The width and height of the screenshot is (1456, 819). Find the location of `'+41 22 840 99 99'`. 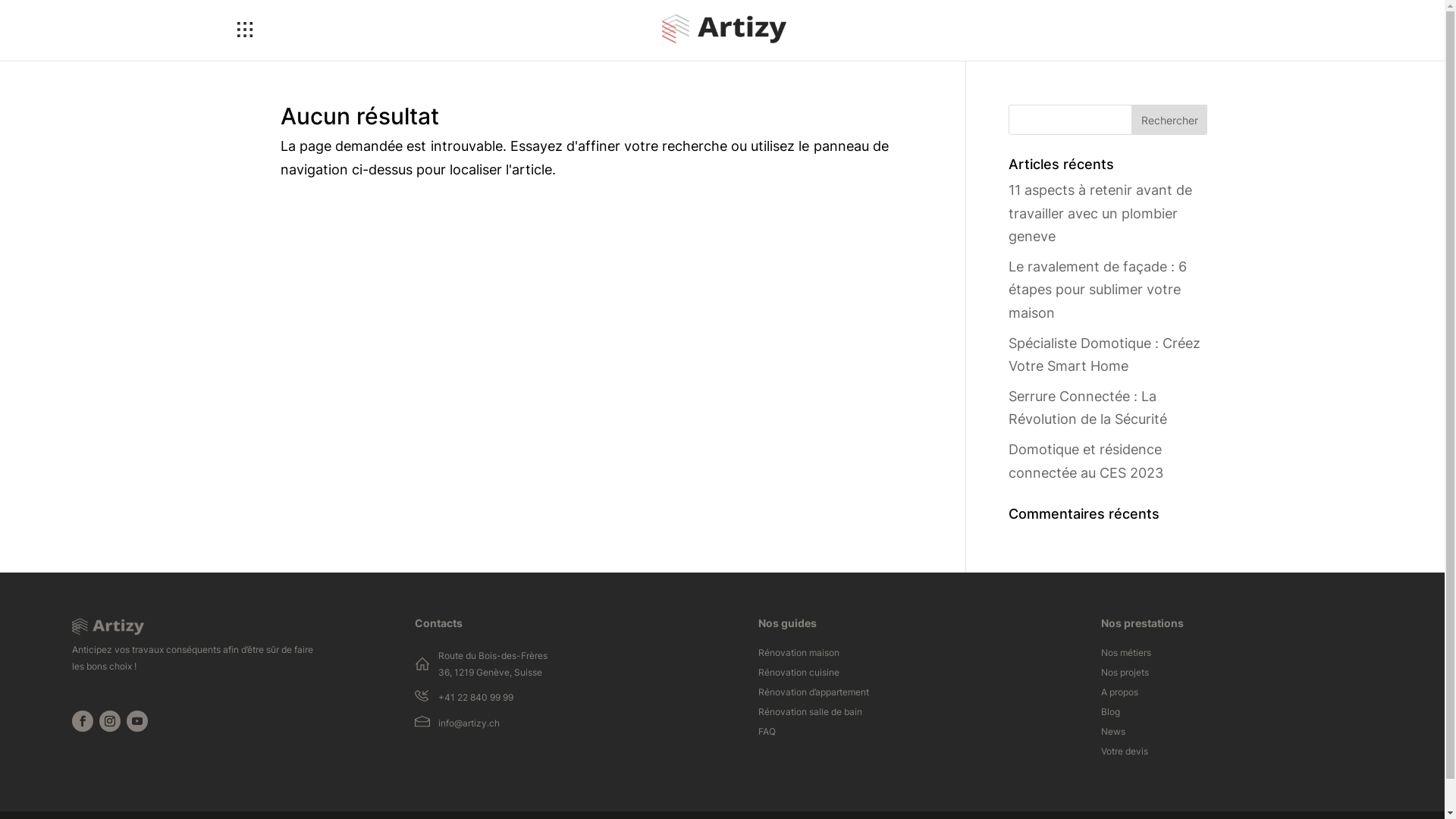

'+41 22 840 99 99' is located at coordinates (437, 697).